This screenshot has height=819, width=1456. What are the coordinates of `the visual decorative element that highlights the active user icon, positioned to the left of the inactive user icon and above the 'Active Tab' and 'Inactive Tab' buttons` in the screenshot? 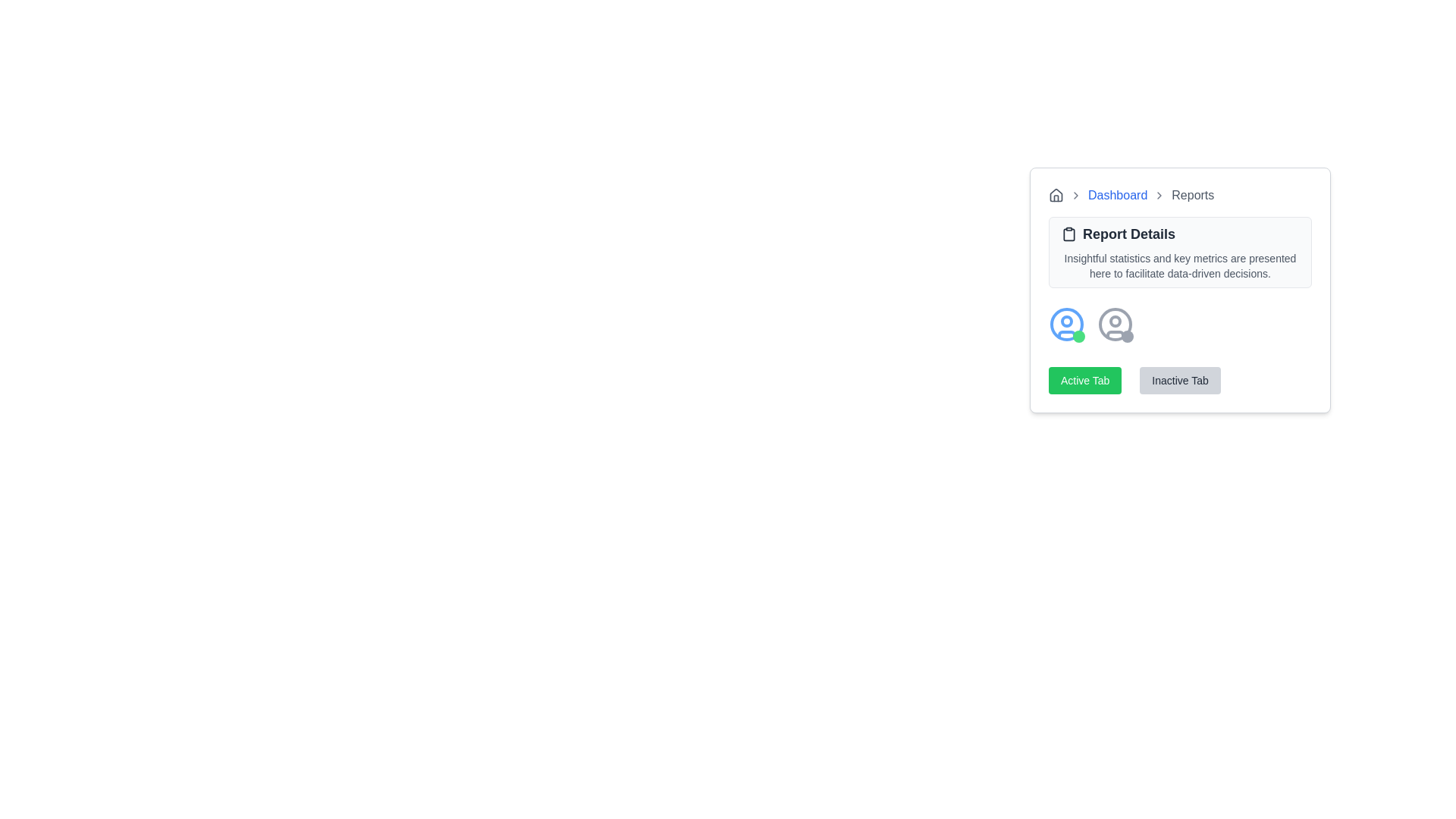 It's located at (1065, 324).